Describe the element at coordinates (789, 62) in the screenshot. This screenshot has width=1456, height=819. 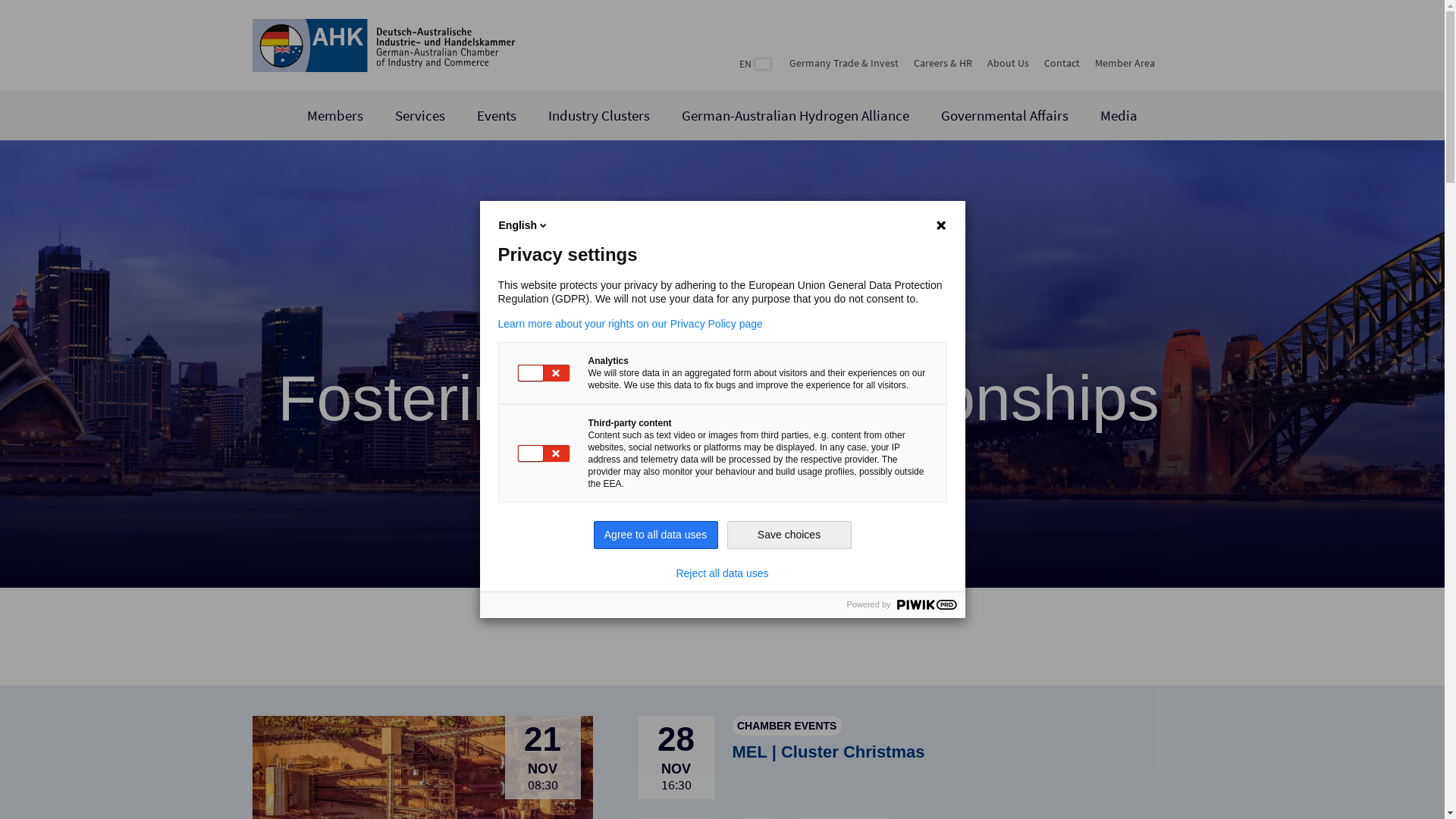
I see `'Germany Trade & Invest'` at that location.